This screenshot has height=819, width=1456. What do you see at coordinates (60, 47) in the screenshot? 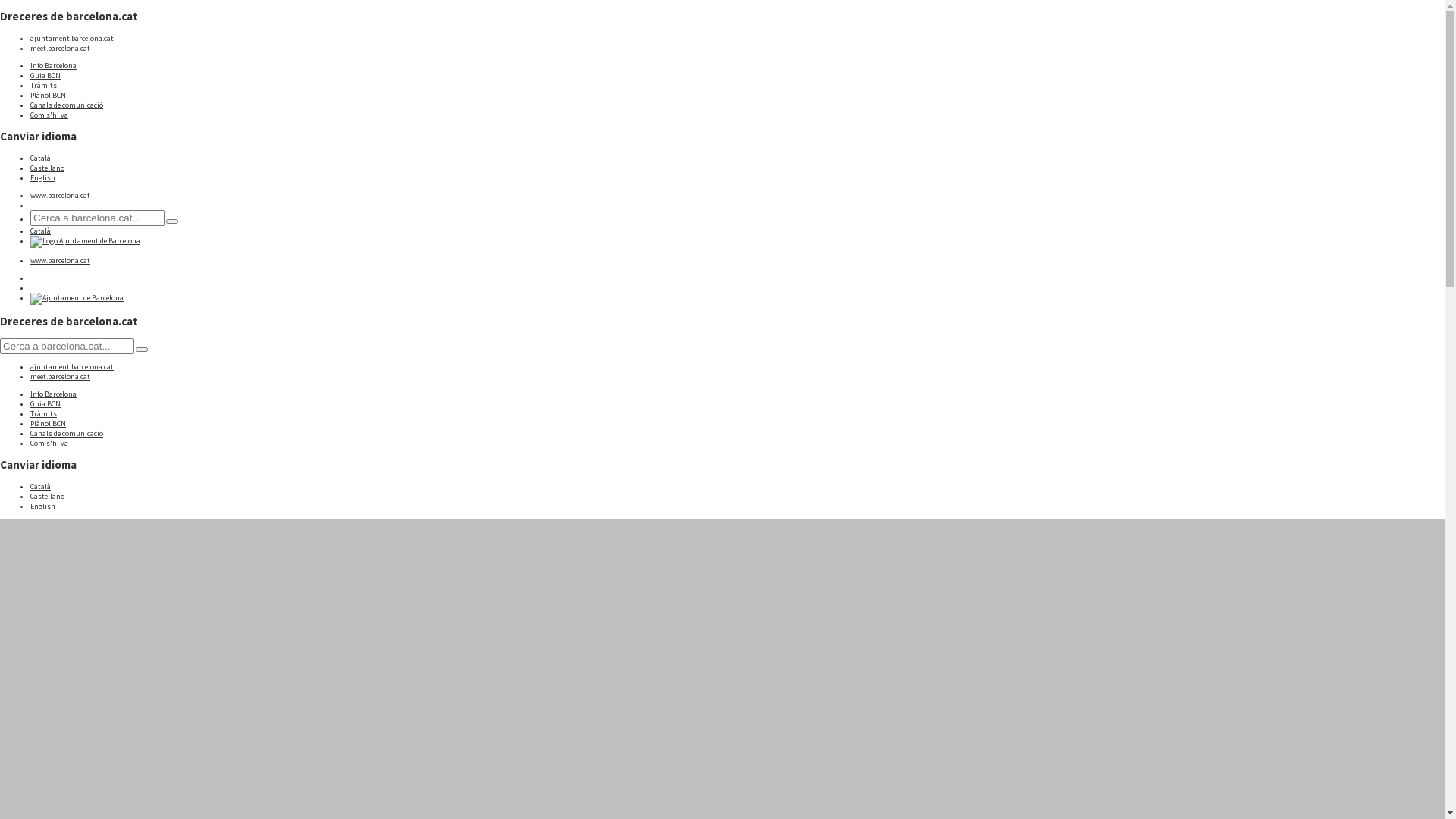
I see `'meet.barcelona.cat'` at bounding box center [60, 47].